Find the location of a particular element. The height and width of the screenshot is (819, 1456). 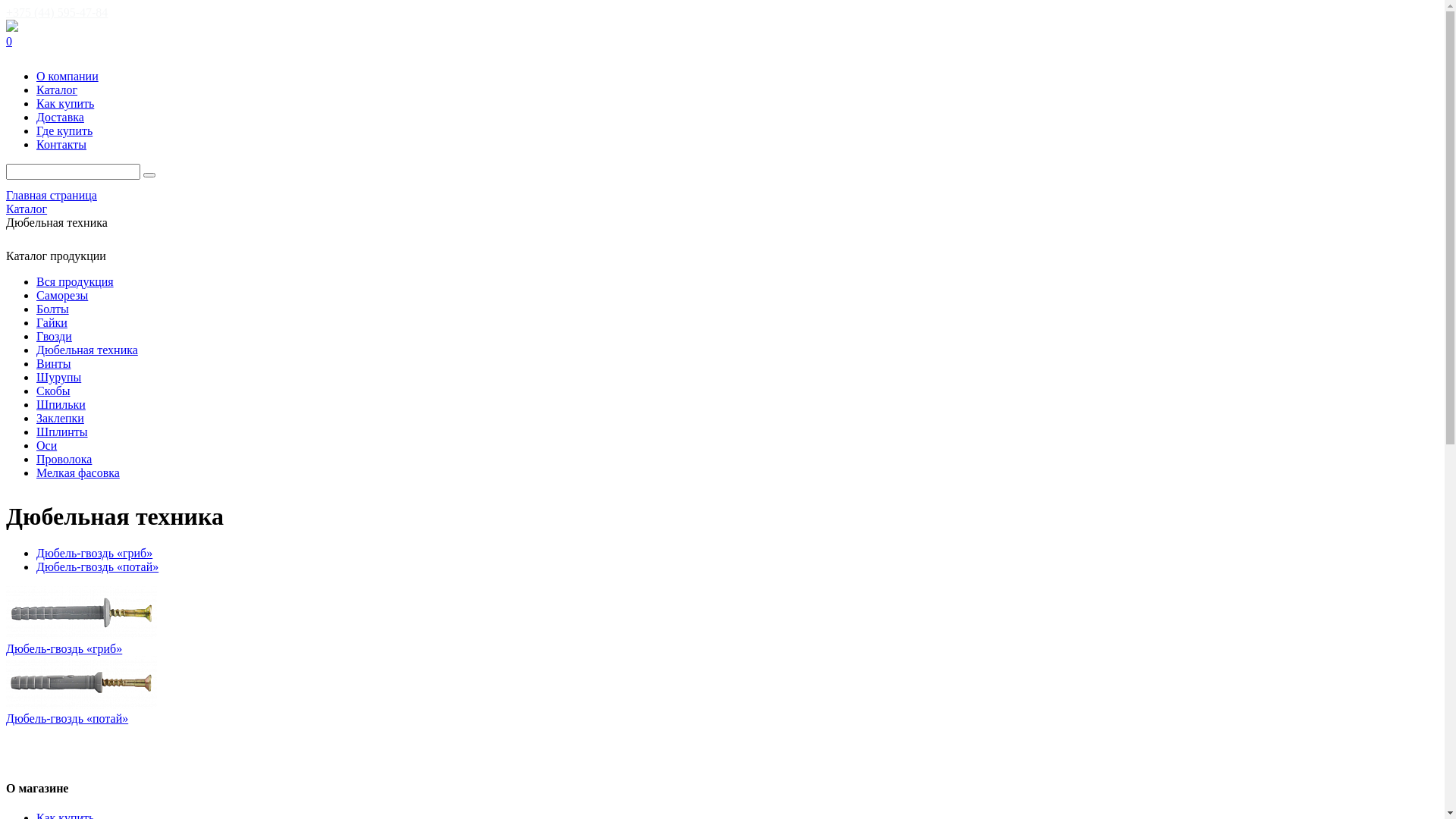

'0' is located at coordinates (721, 40).